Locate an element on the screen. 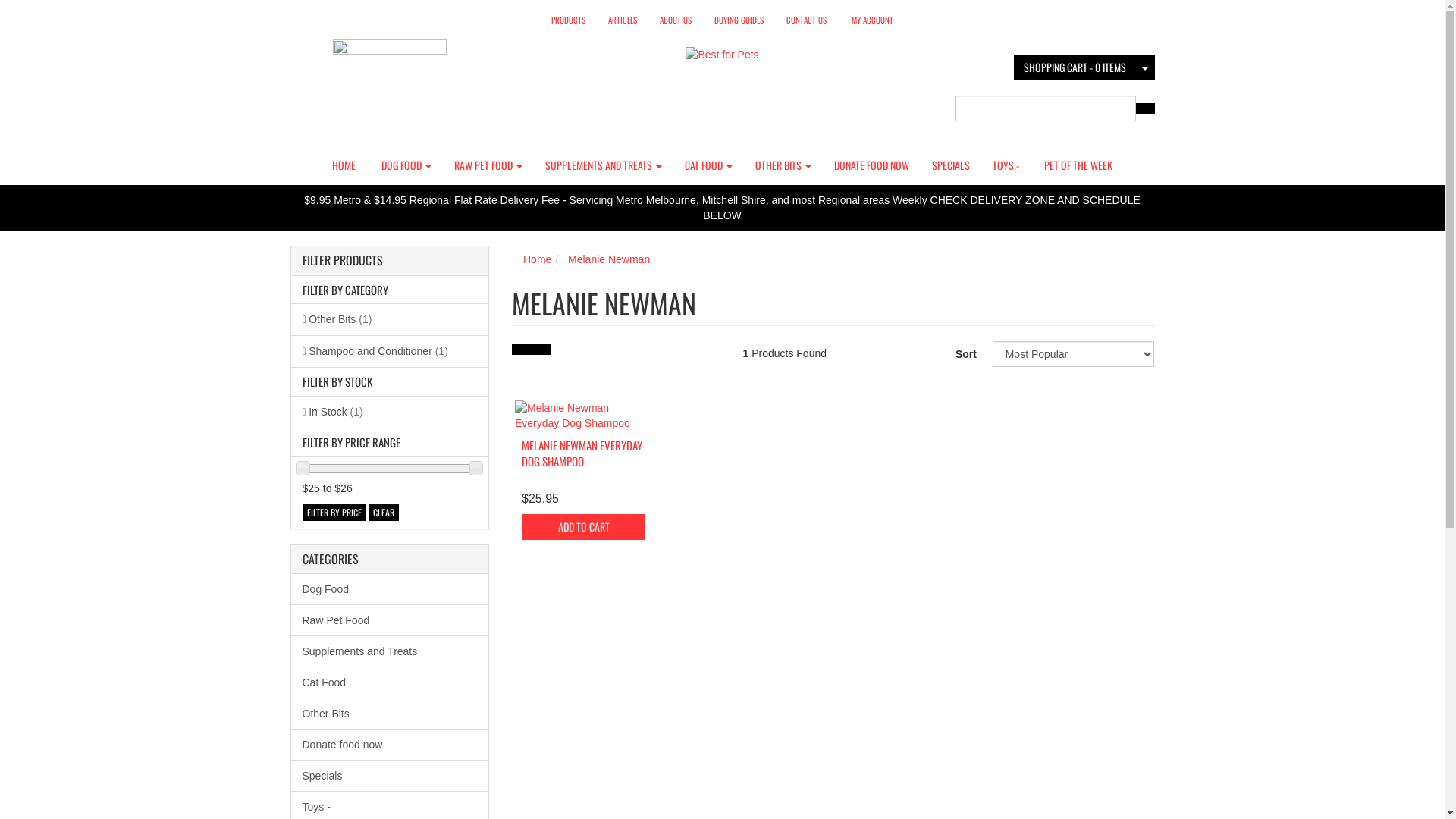  'PET OF THE WEEK' is located at coordinates (1032, 165).